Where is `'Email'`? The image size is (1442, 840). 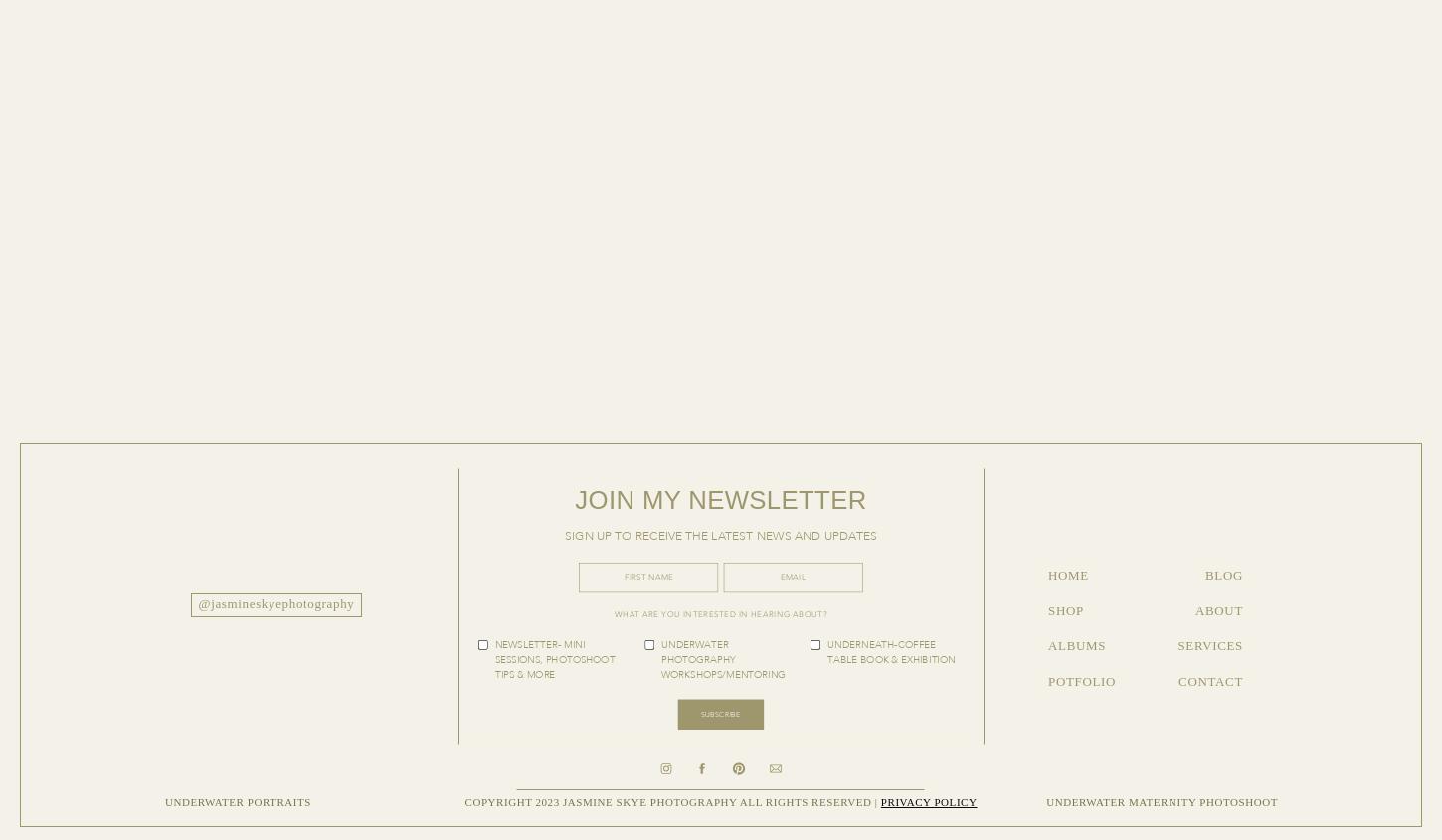 'Email' is located at coordinates (781, 576).